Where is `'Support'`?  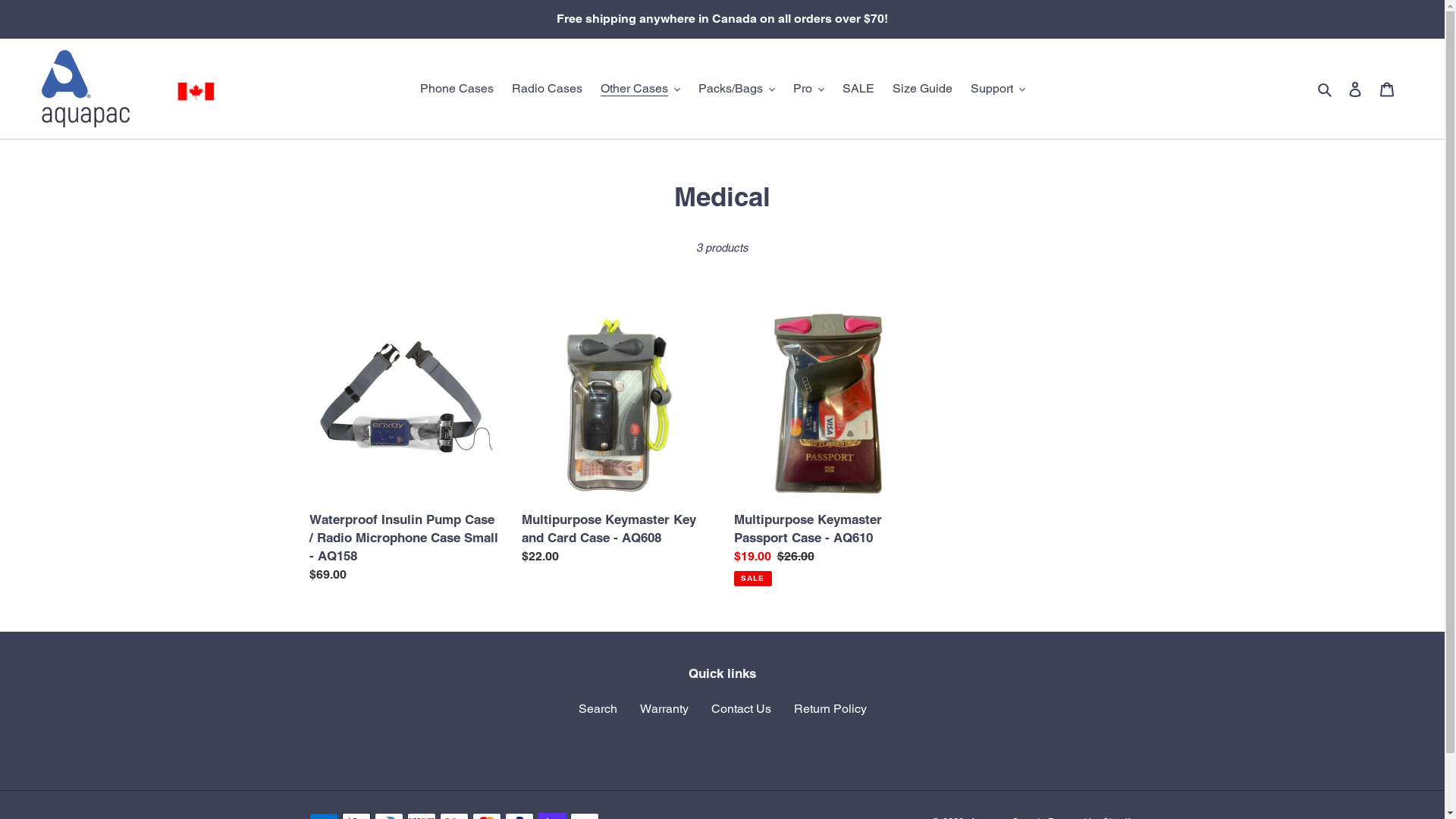 'Support' is located at coordinates (997, 88).